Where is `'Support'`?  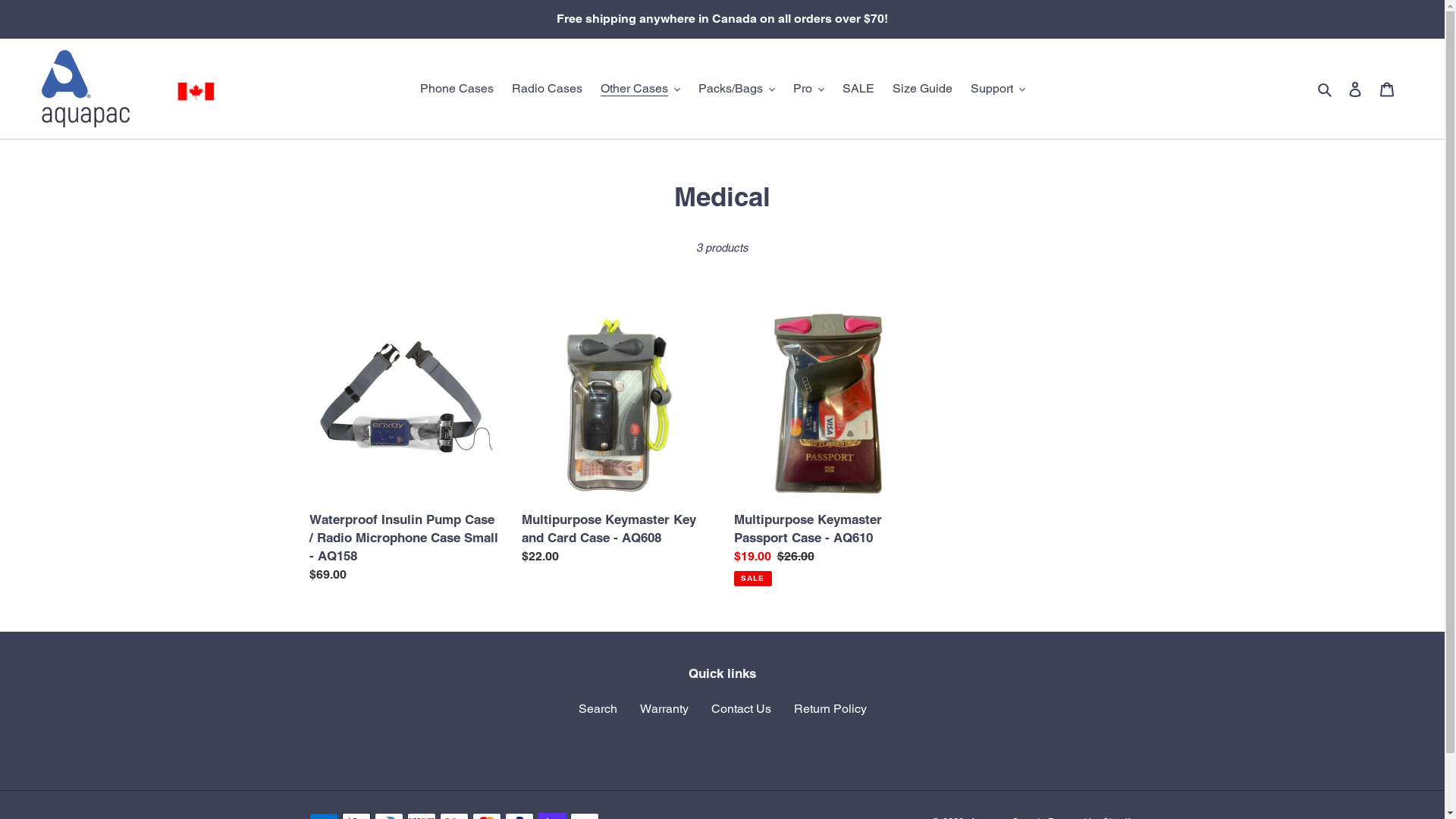 'Support' is located at coordinates (997, 88).